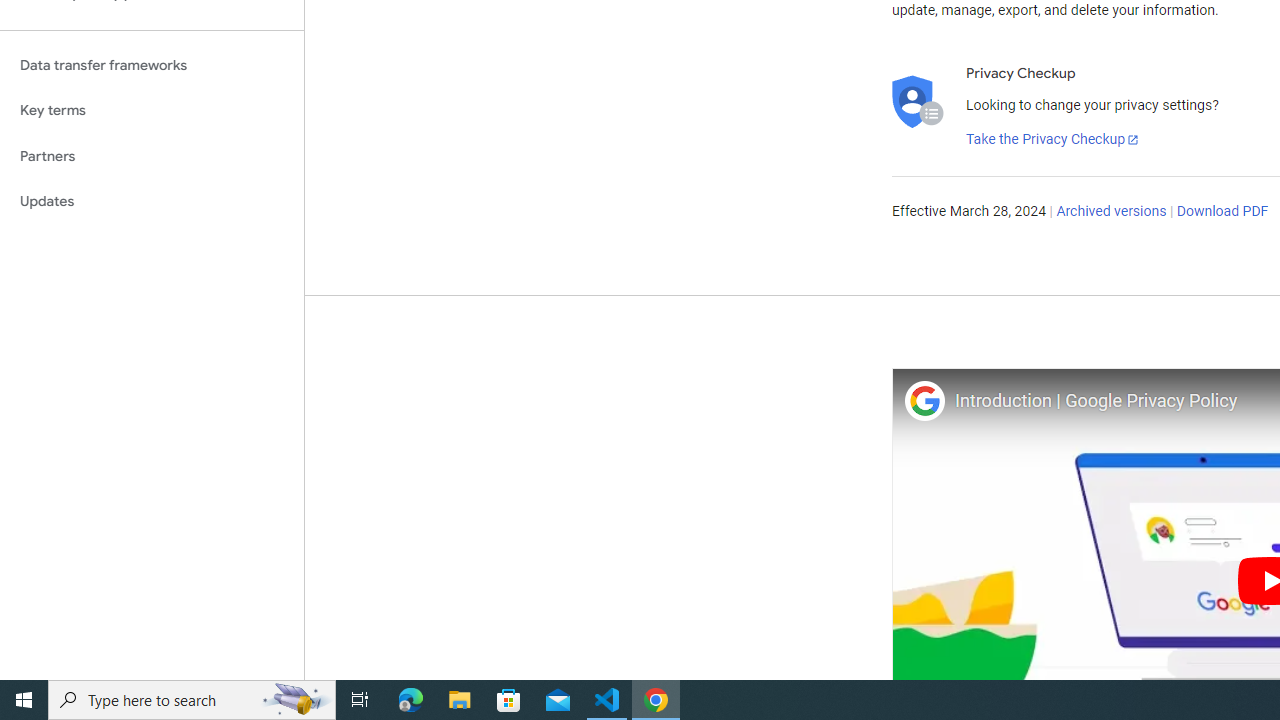  I want to click on 'Key terms', so click(151, 110).